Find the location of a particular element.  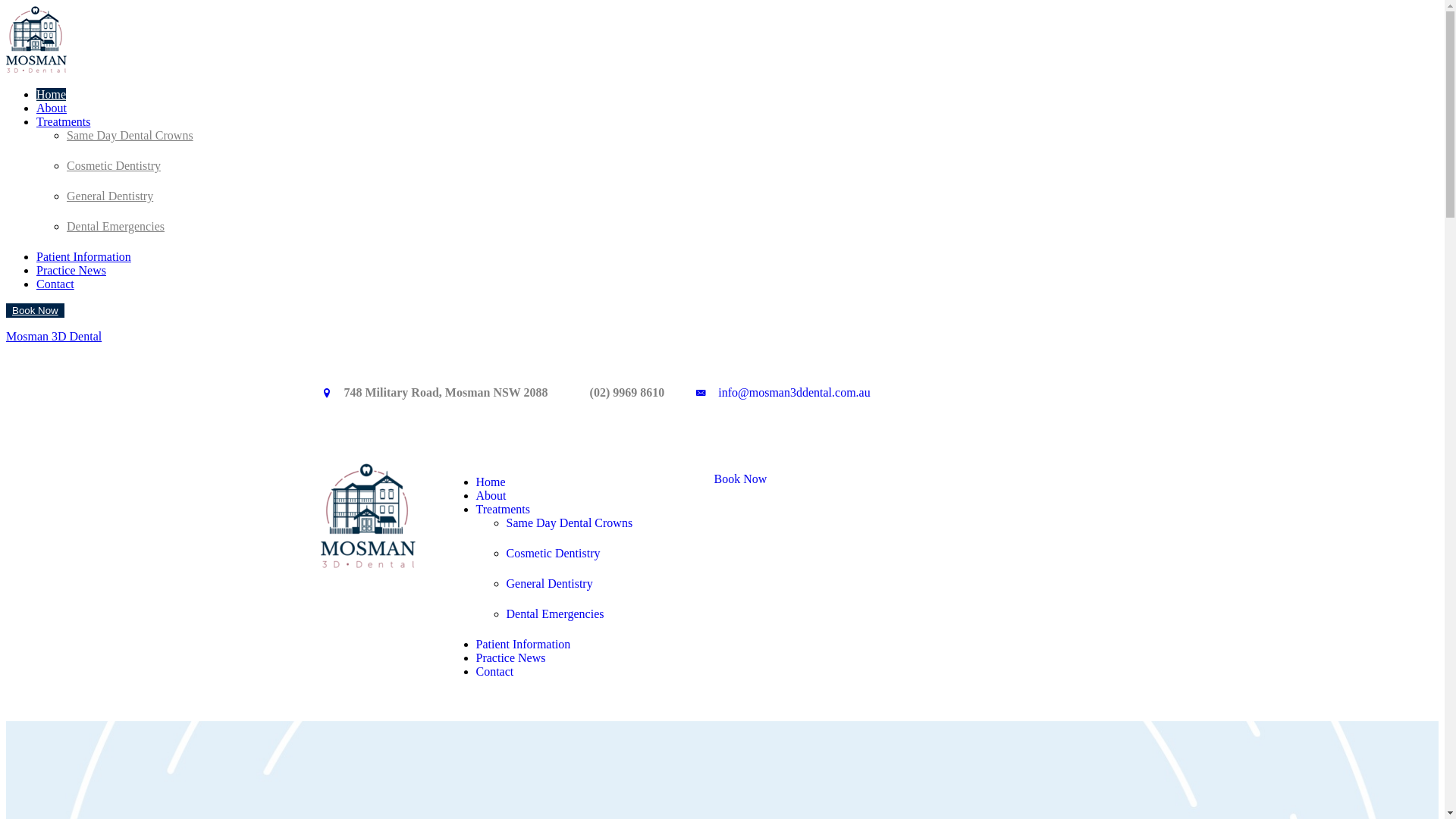

'748 Military Road, Mosman NSW 2088' is located at coordinates (445, 391).